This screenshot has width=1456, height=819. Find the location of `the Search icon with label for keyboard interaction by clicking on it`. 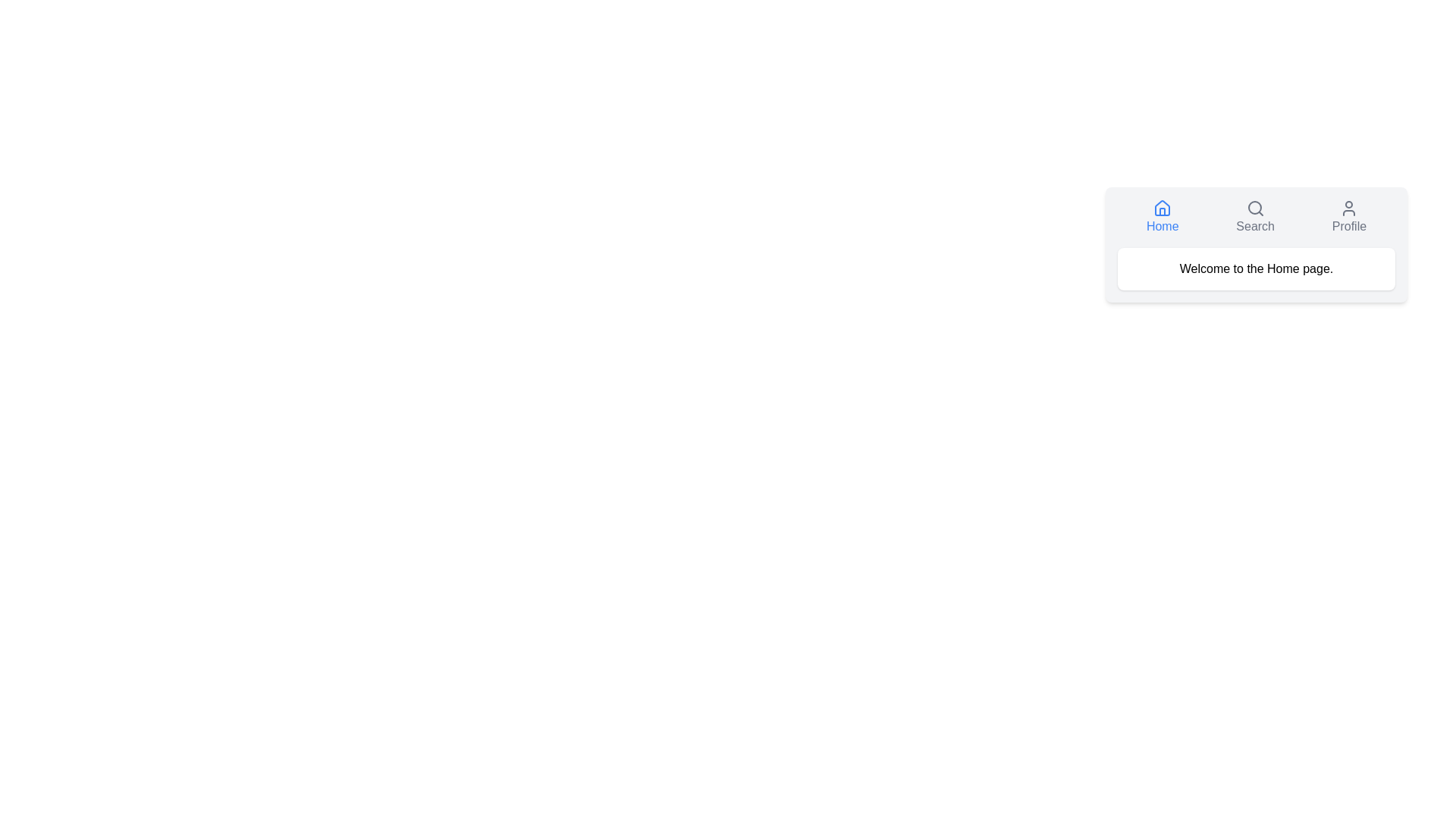

the Search icon with label for keyboard interaction by clicking on it is located at coordinates (1255, 217).